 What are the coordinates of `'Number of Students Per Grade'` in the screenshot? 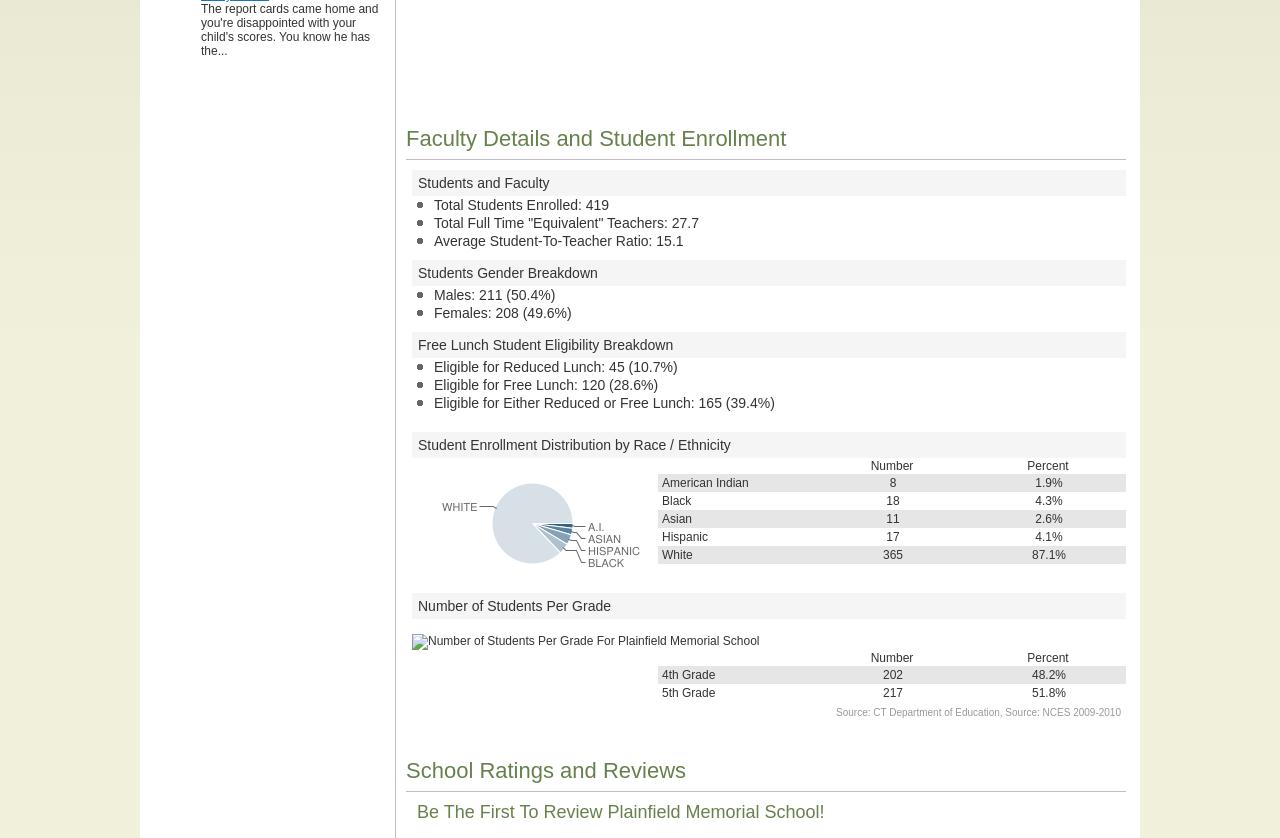 It's located at (514, 606).